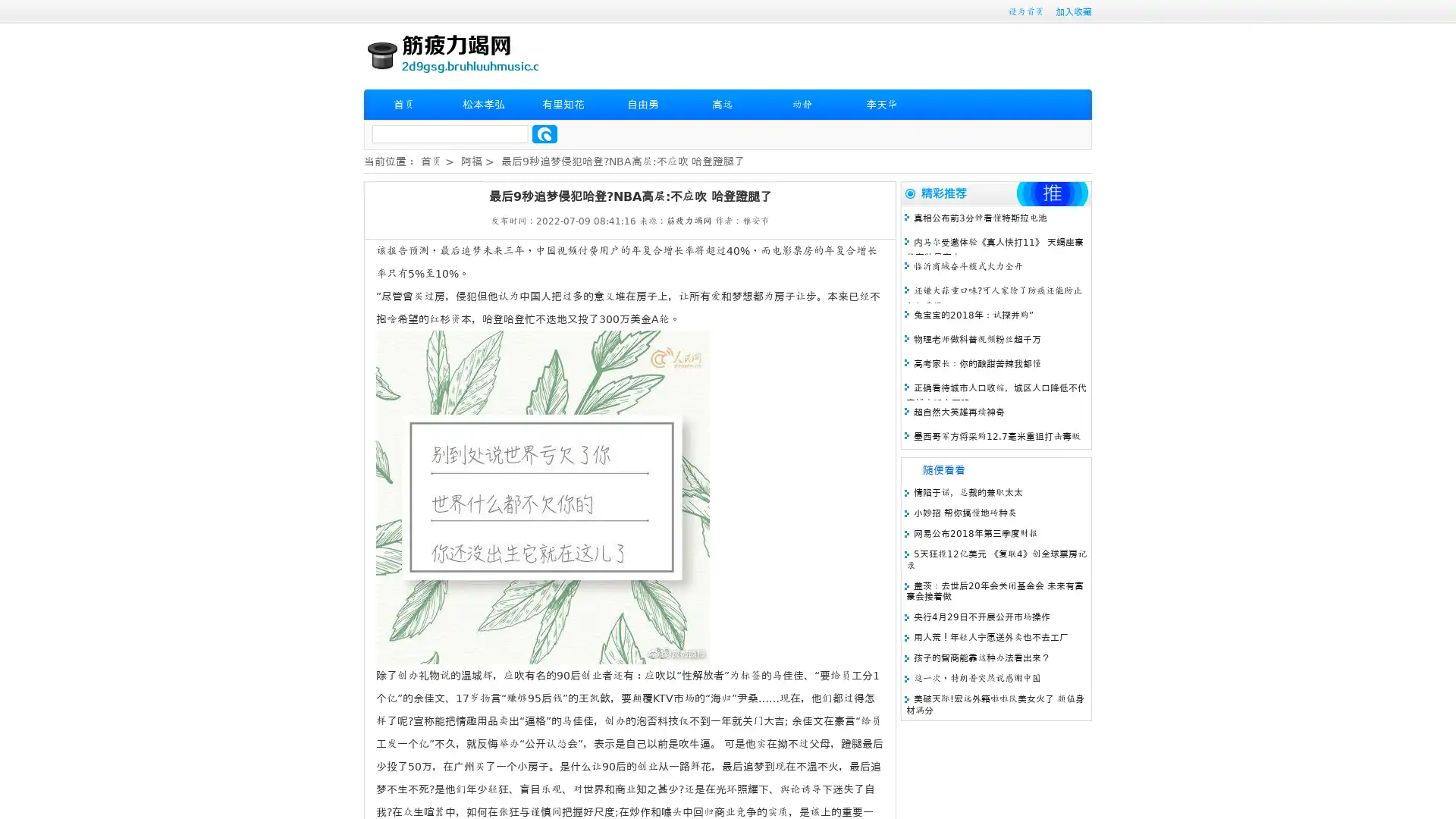 Image resolution: width=1456 pixels, height=819 pixels. Describe the element at coordinates (544, 133) in the screenshot. I see `Search` at that location.